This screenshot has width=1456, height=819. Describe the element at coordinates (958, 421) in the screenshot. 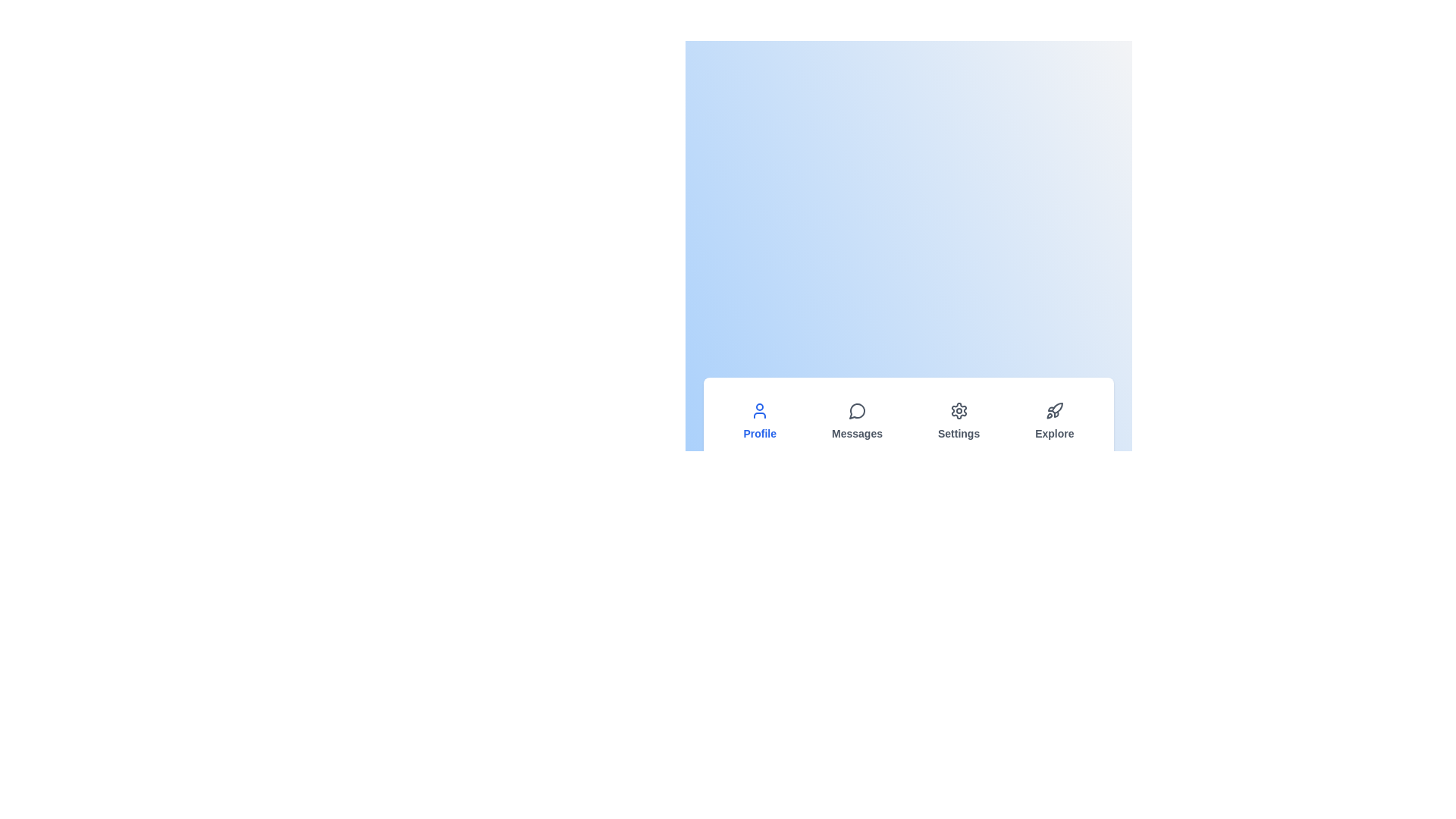

I see `the tab labeled Settings to observe the hover effect` at that location.